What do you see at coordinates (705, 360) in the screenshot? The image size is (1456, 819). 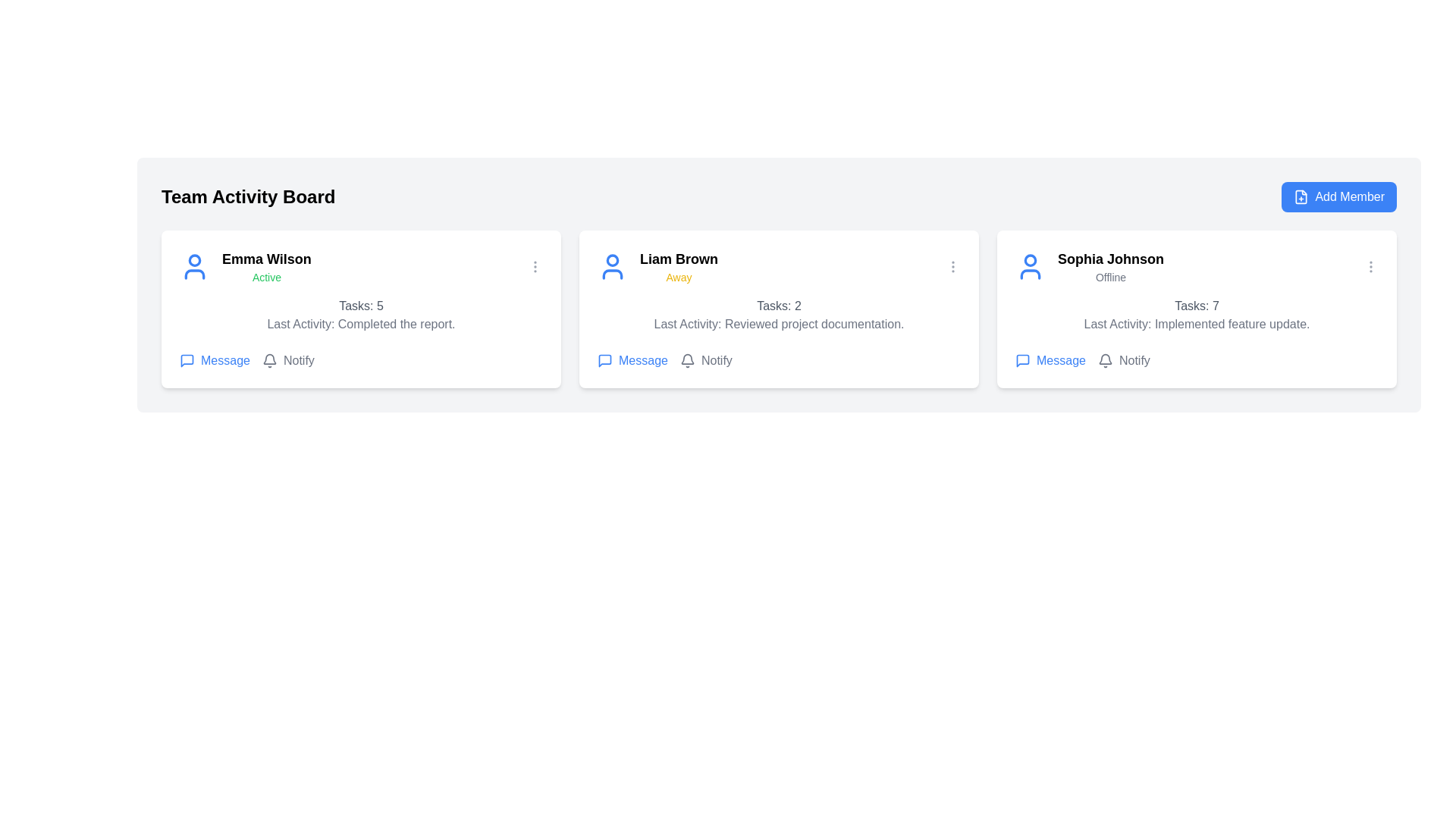 I see `the 'Notify' button, which features a bell icon and the text 'Notify', located in the bottom-right section of the card for 'Liam Brown'` at bounding box center [705, 360].